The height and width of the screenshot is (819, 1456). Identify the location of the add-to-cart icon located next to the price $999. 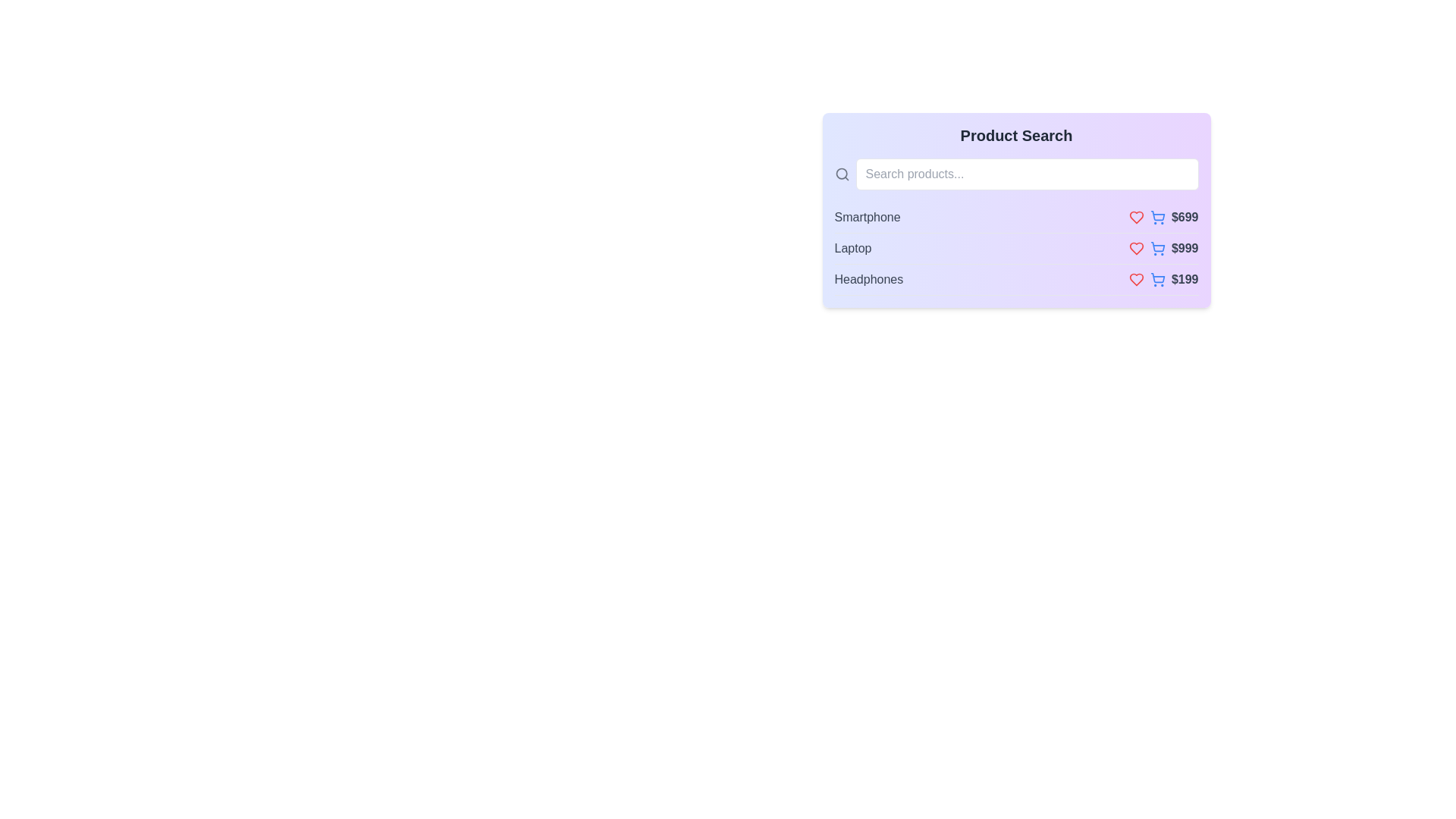
(1156, 246).